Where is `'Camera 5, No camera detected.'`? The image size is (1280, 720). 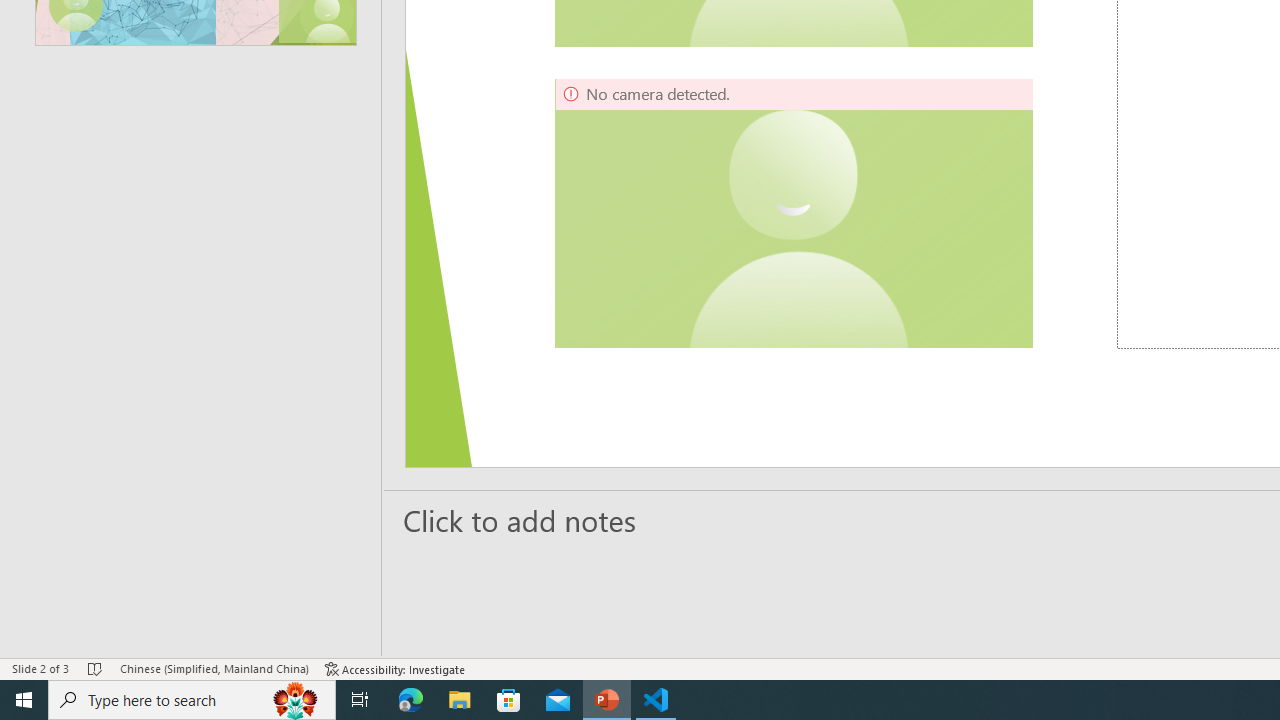 'Camera 5, No camera detected.' is located at coordinates (793, 213).